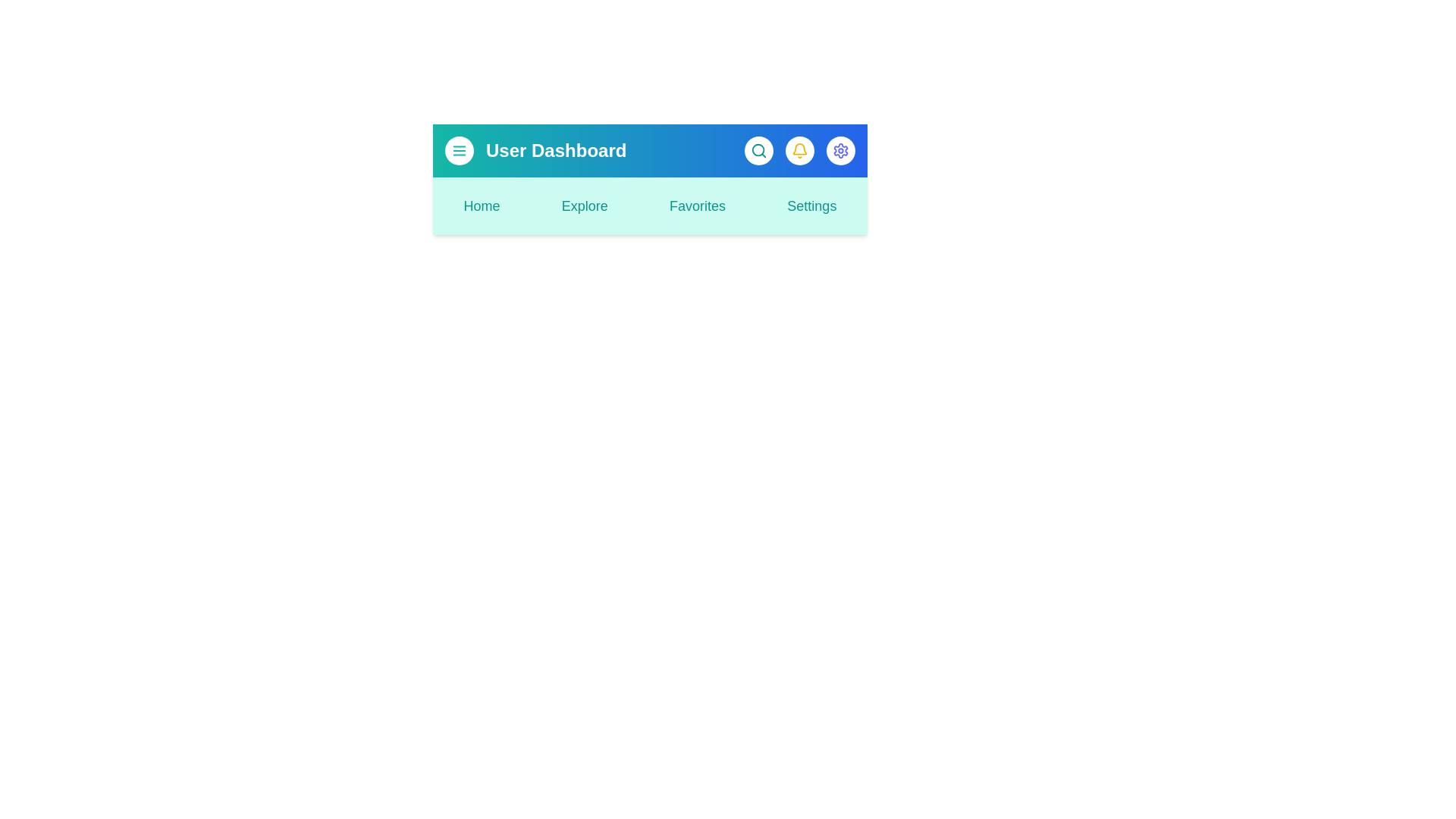  I want to click on the search button to observe the hover effect, so click(759, 151).